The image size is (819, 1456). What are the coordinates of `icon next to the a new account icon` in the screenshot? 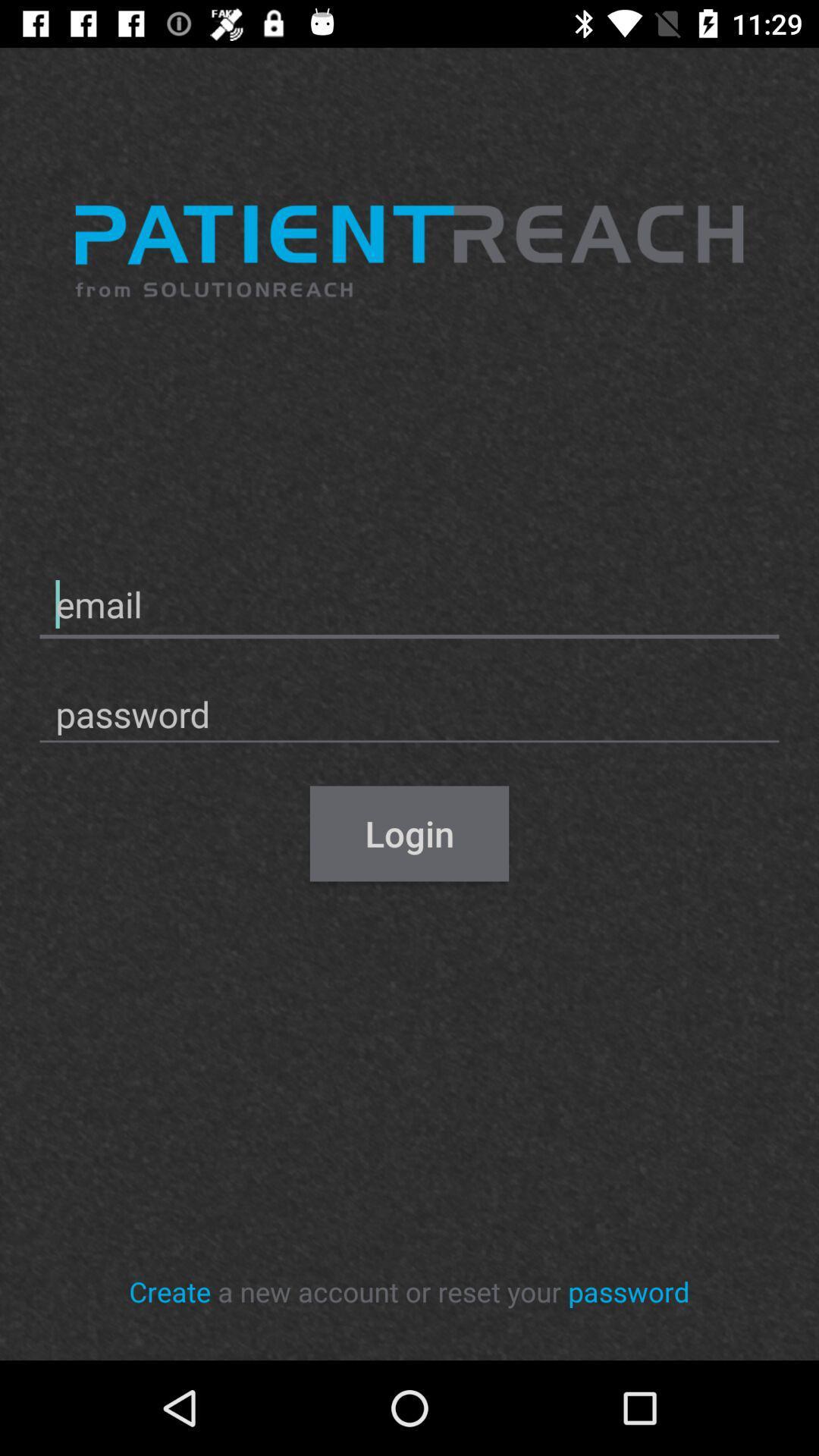 It's located at (170, 1291).